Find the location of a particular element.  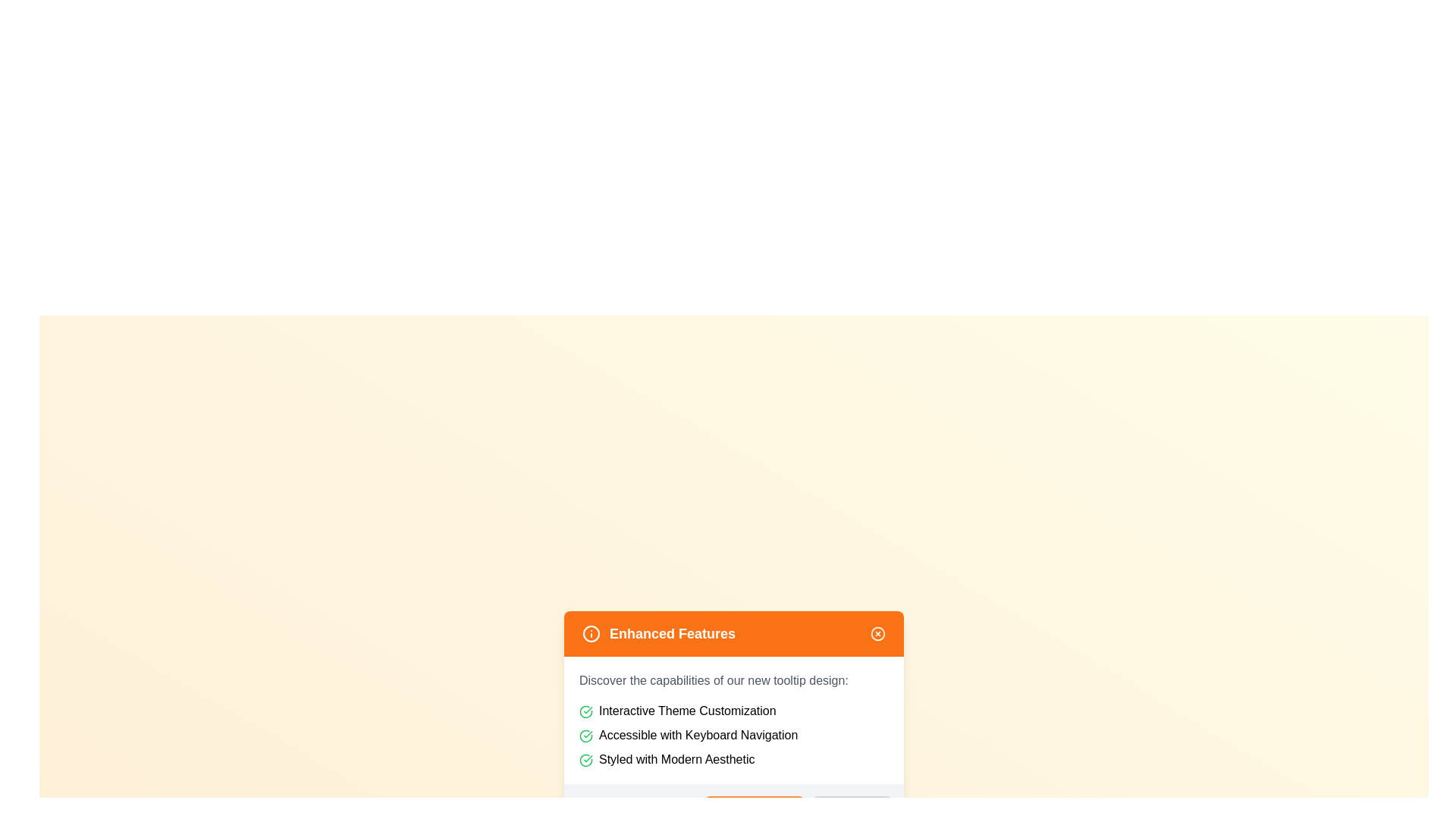

the second item in the vertical list of three items, which contains a green checkmark icon and the text 'Accessible with Keyboard Navigation' is located at coordinates (734, 734).